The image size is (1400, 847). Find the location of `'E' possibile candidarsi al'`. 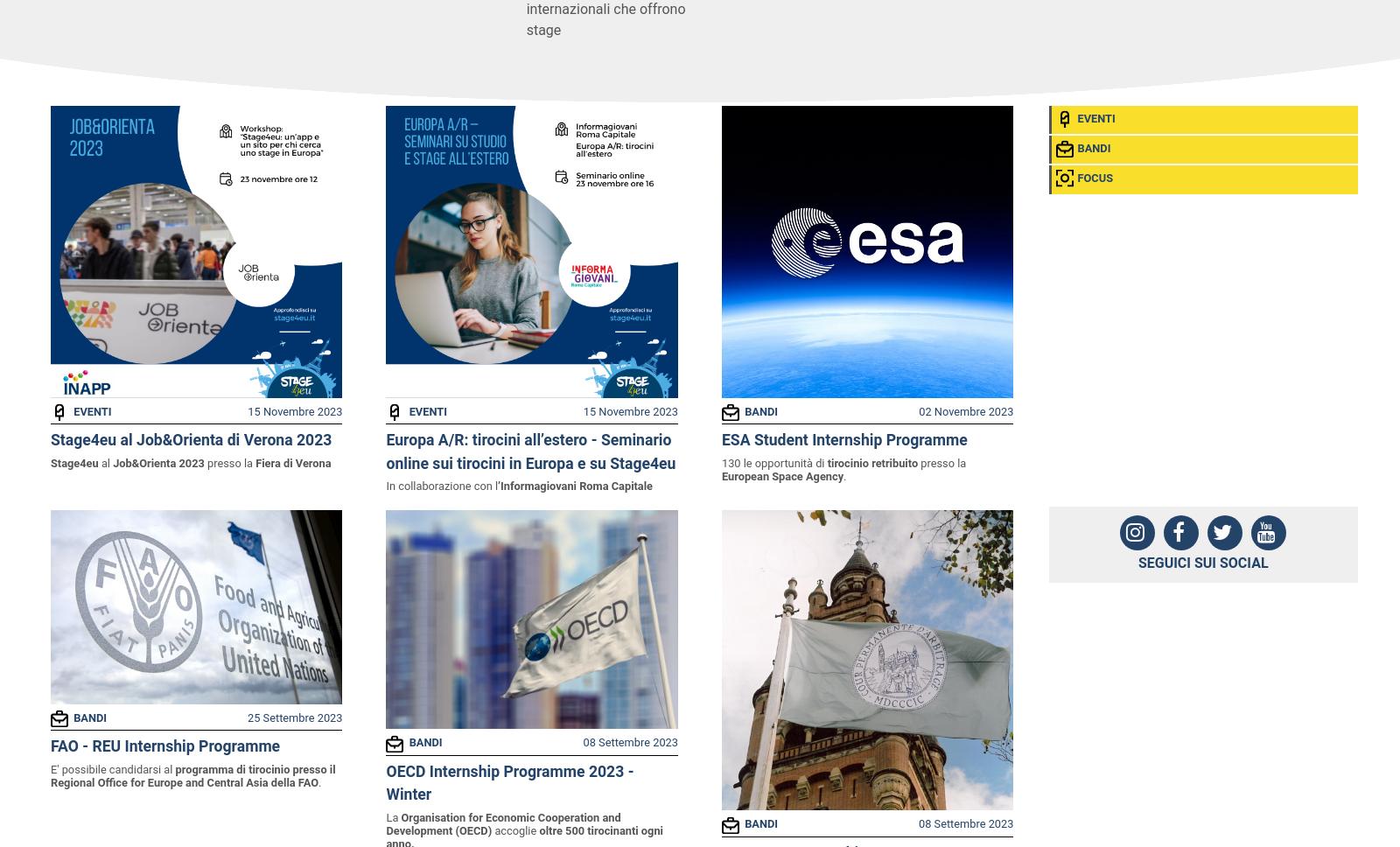

'E' possibile candidarsi al' is located at coordinates (111, 767).